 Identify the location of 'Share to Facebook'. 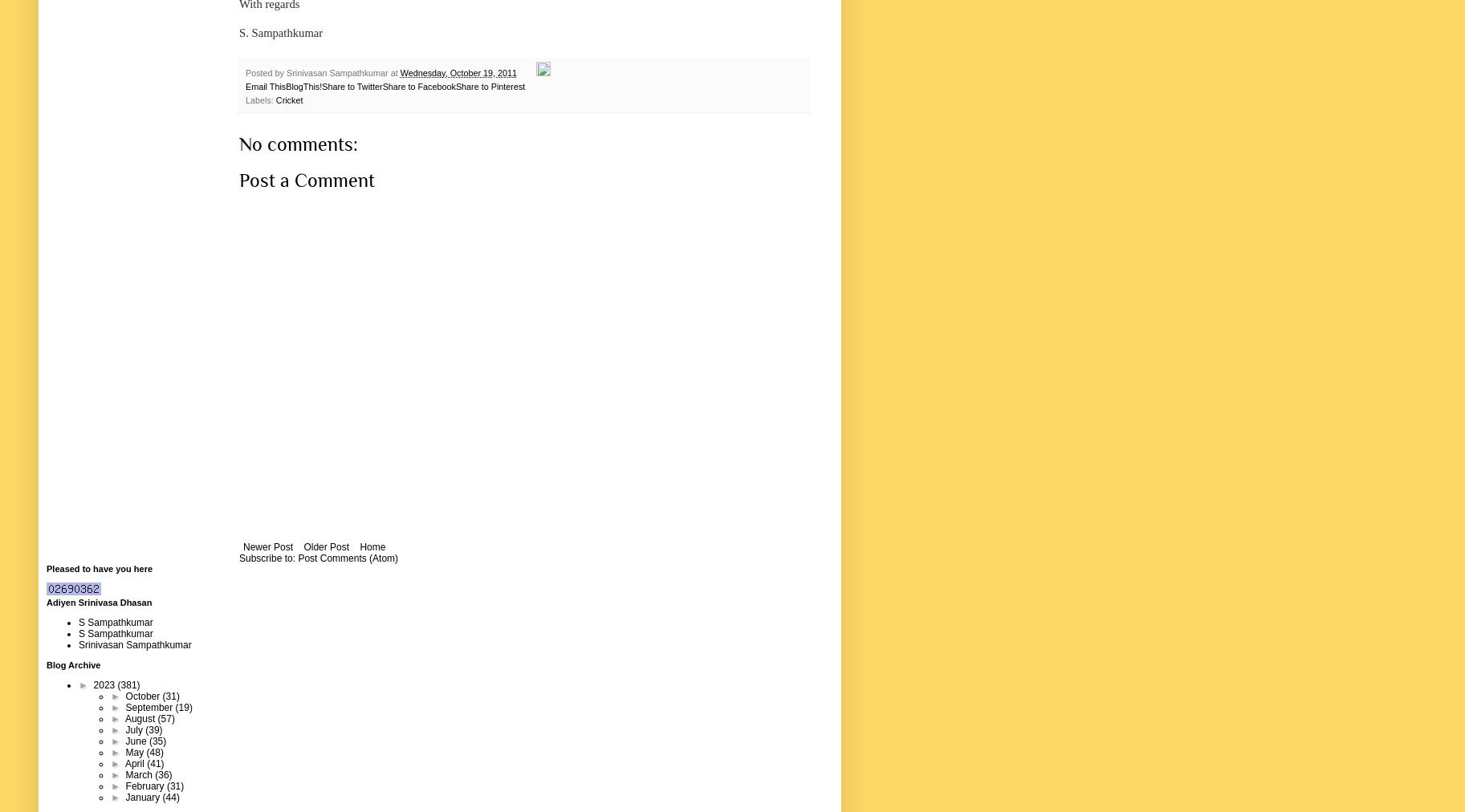
(417, 85).